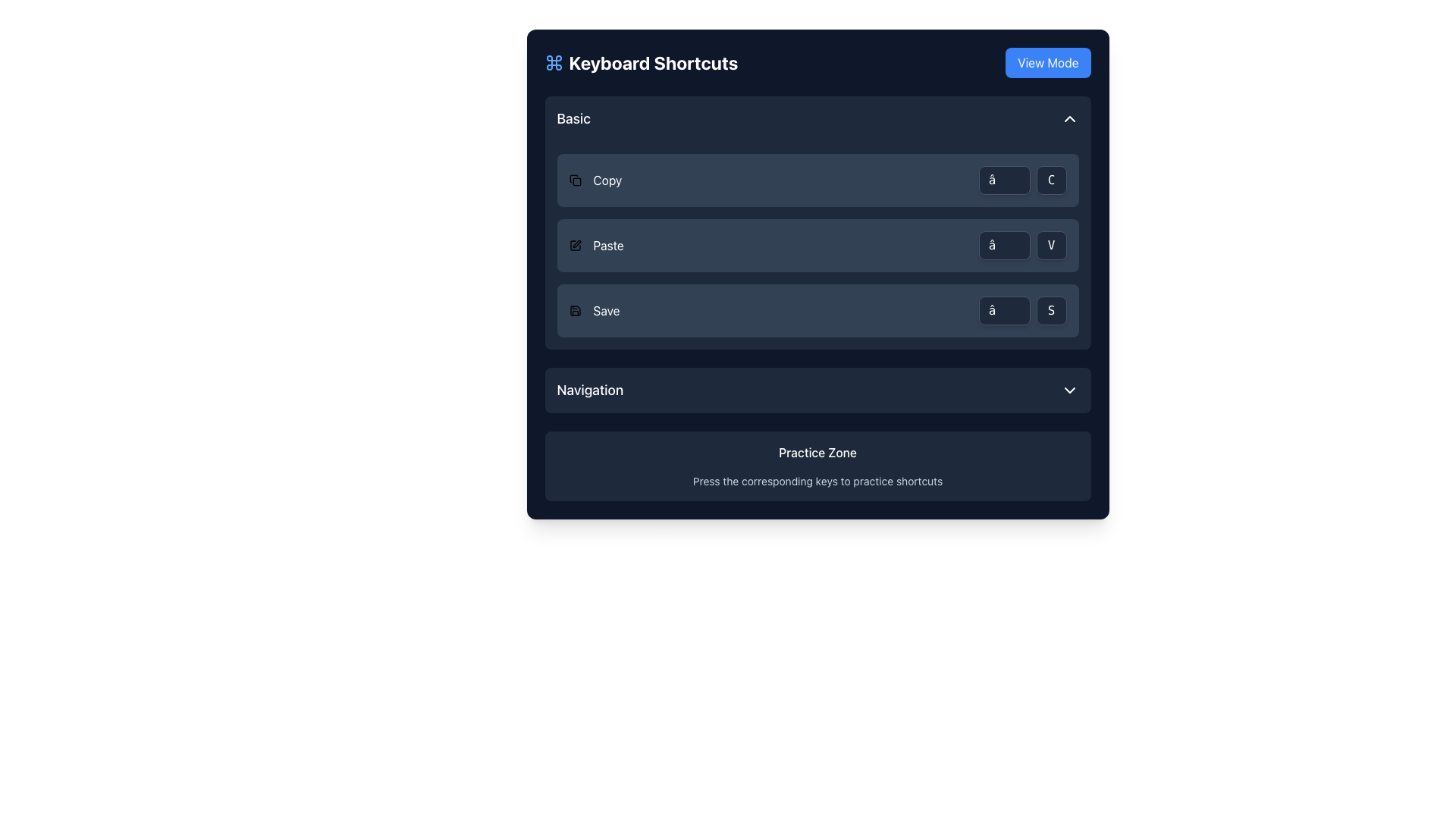 This screenshot has height=819, width=1456. What do you see at coordinates (817, 118) in the screenshot?
I see `the 'Basic' collapsible menu header` at bounding box center [817, 118].